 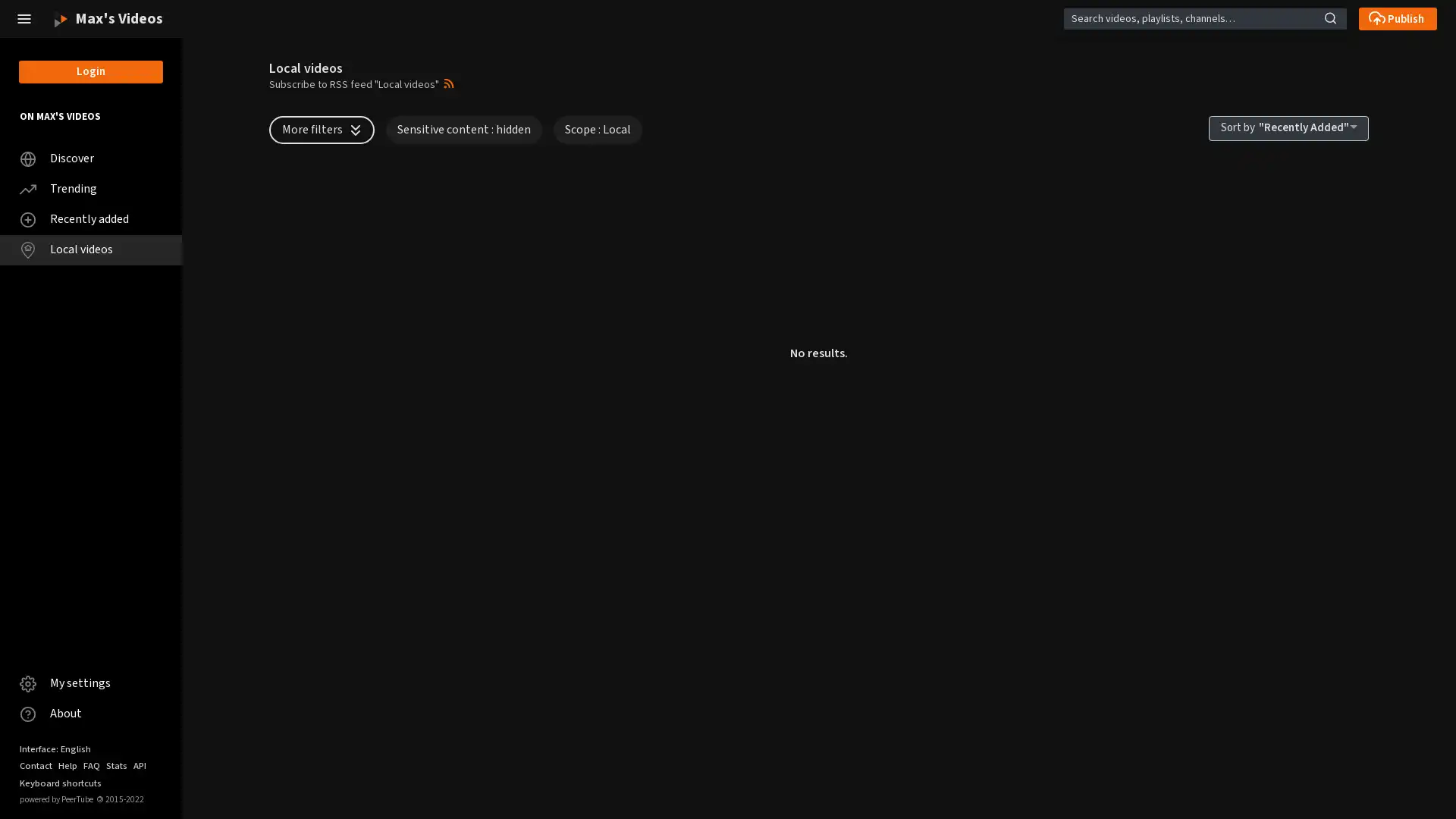 I want to click on Open syndication dropdown, so click(x=447, y=82).